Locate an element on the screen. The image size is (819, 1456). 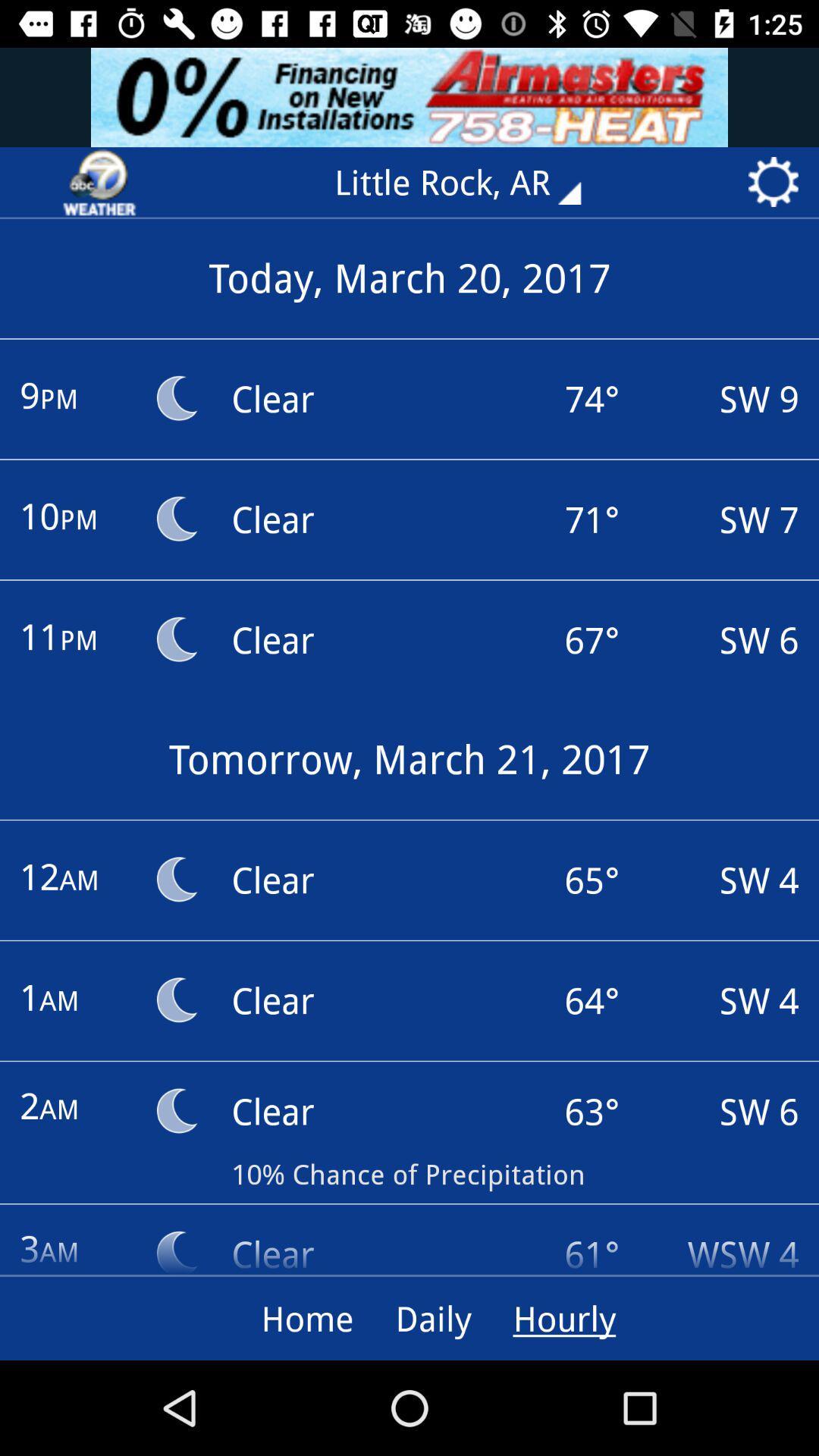
the little rock, ar item is located at coordinates (468, 182).